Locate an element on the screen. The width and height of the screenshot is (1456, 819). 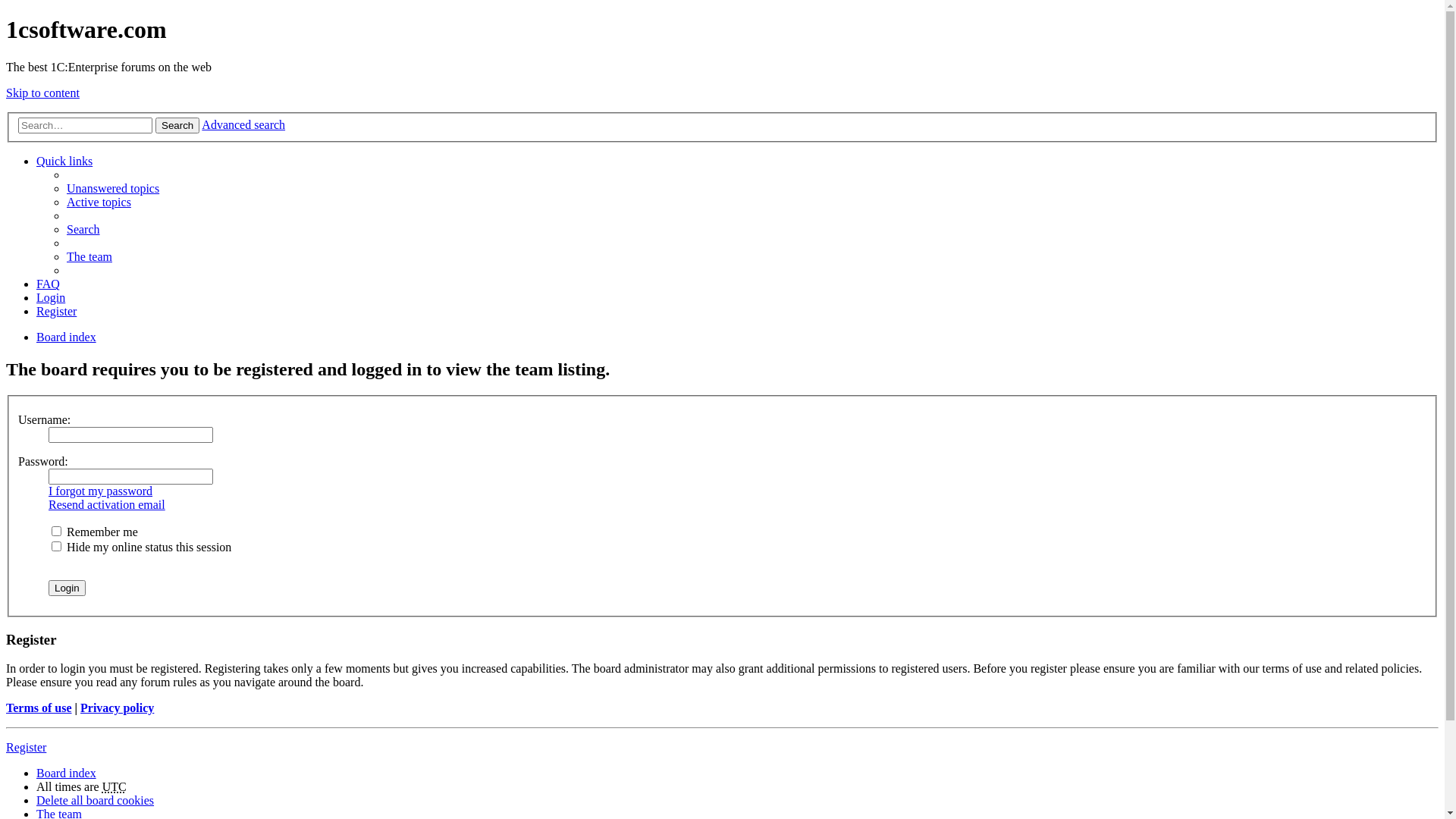
'Advanced search' is located at coordinates (200, 124).